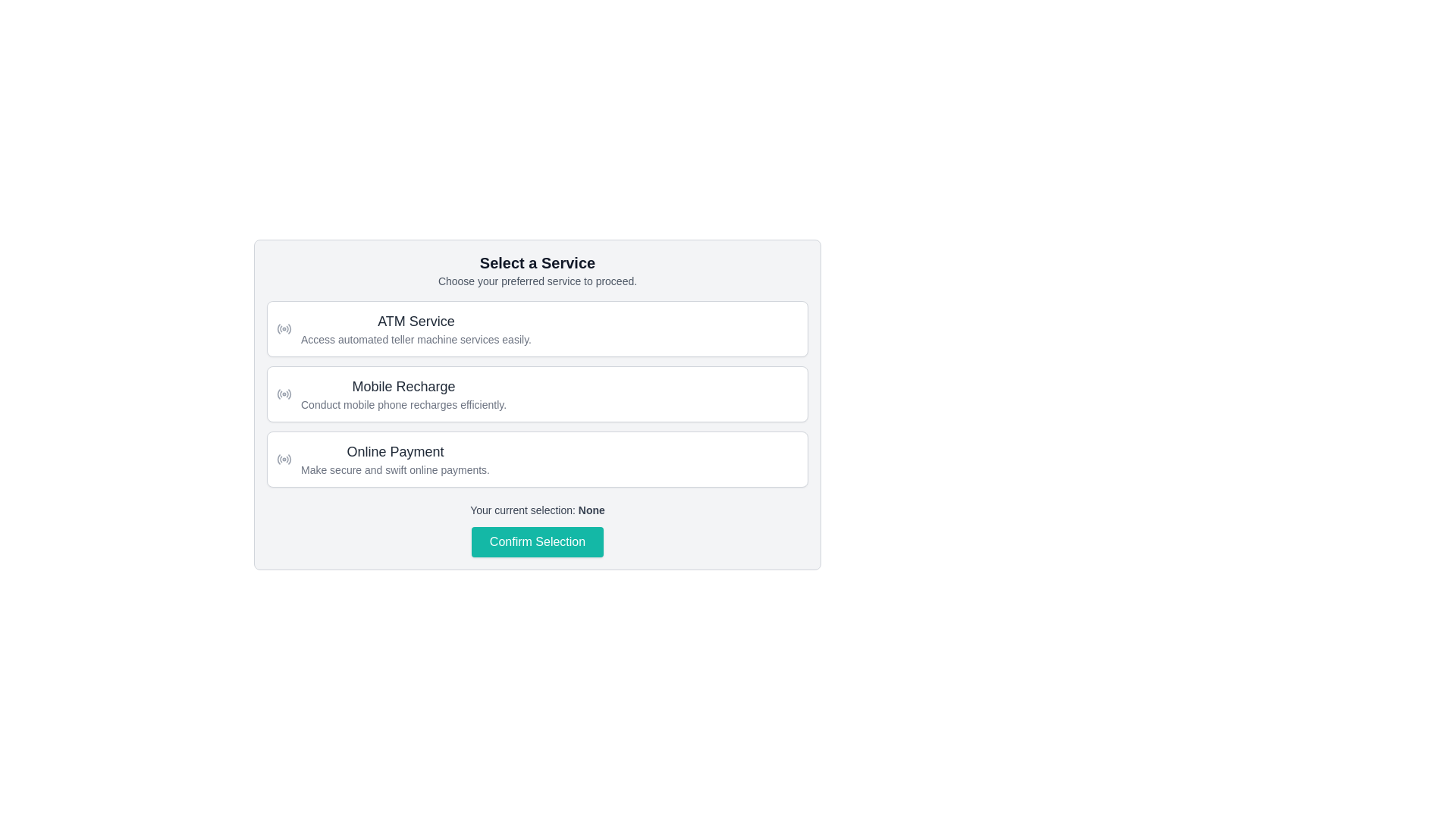 The image size is (1456, 819). What do you see at coordinates (403, 394) in the screenshot?
I see `the 'Mobile Recharge' text block within the selectable card to interact with it` at bounding box center [403, 394].